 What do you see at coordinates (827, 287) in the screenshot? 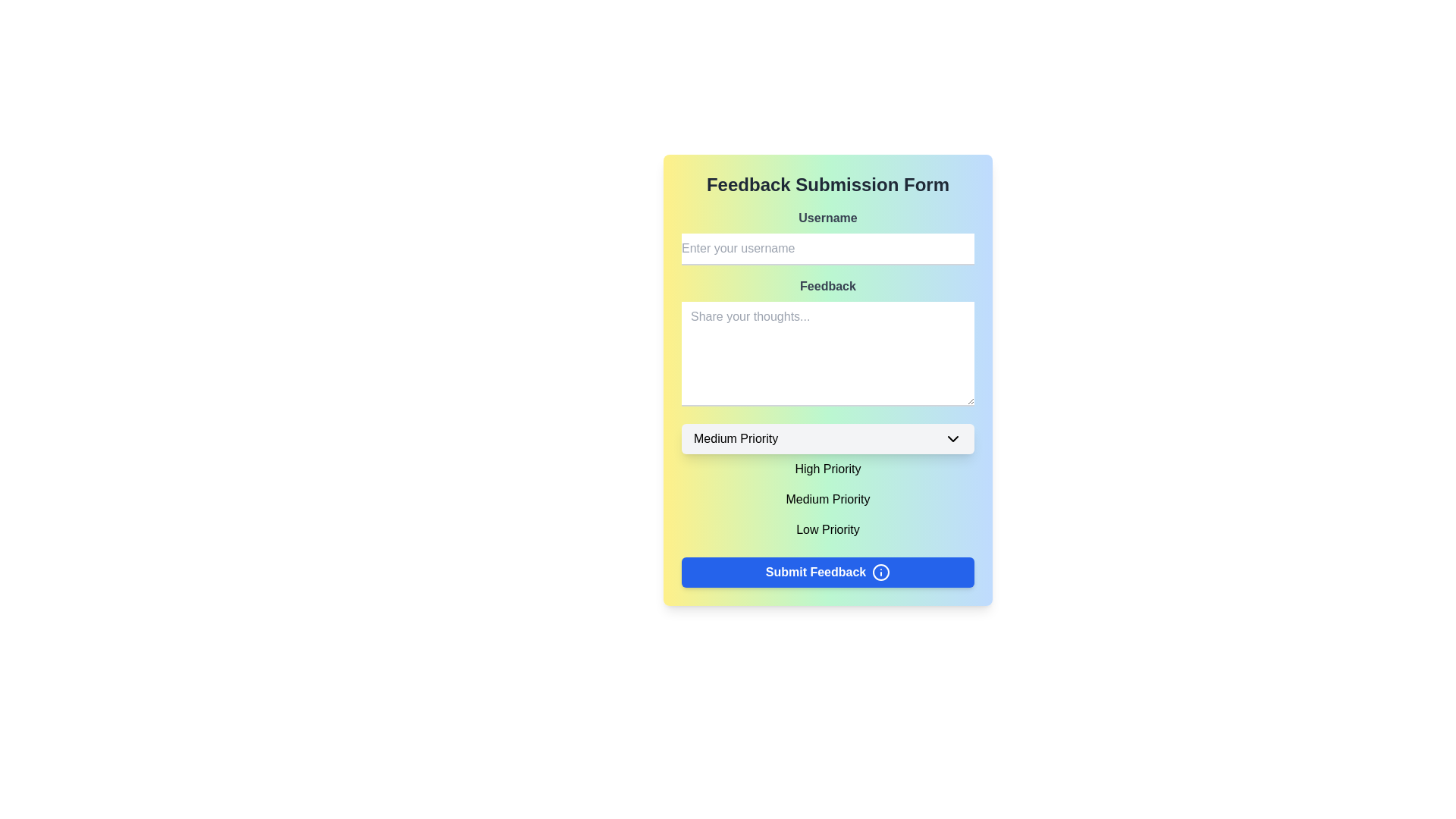
I see `the descriptive label located above the multiline text input field labeled 'Share your thoughts...', which is horizontally centered near the top middle of the interface` at bounding box center [827, 287].